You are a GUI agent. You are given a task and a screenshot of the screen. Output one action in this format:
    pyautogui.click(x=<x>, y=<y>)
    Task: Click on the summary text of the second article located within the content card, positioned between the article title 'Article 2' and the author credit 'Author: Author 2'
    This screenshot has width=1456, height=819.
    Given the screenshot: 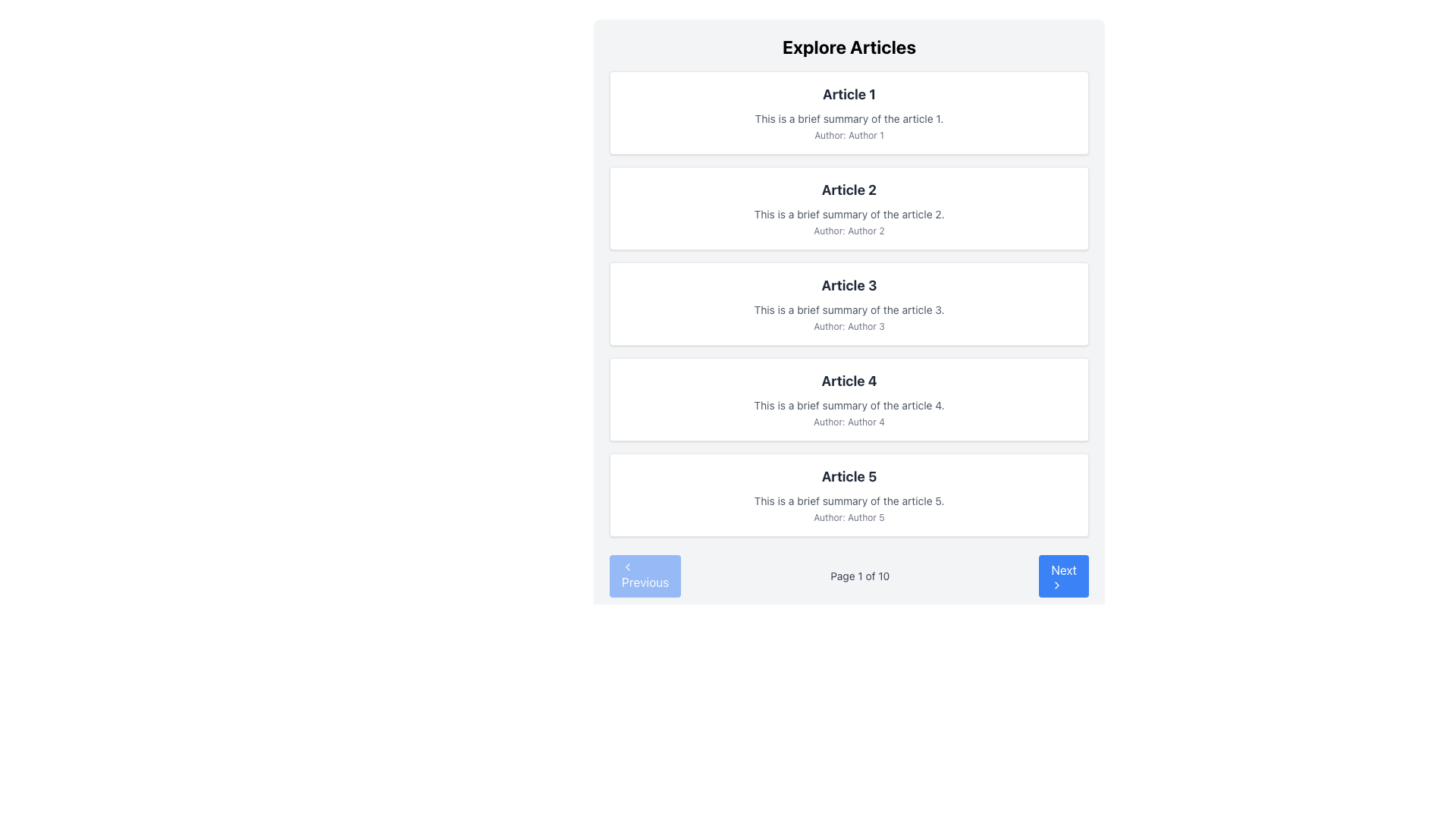 What is the action you would take?
    pyautogui.click(x=848, y=214)
    